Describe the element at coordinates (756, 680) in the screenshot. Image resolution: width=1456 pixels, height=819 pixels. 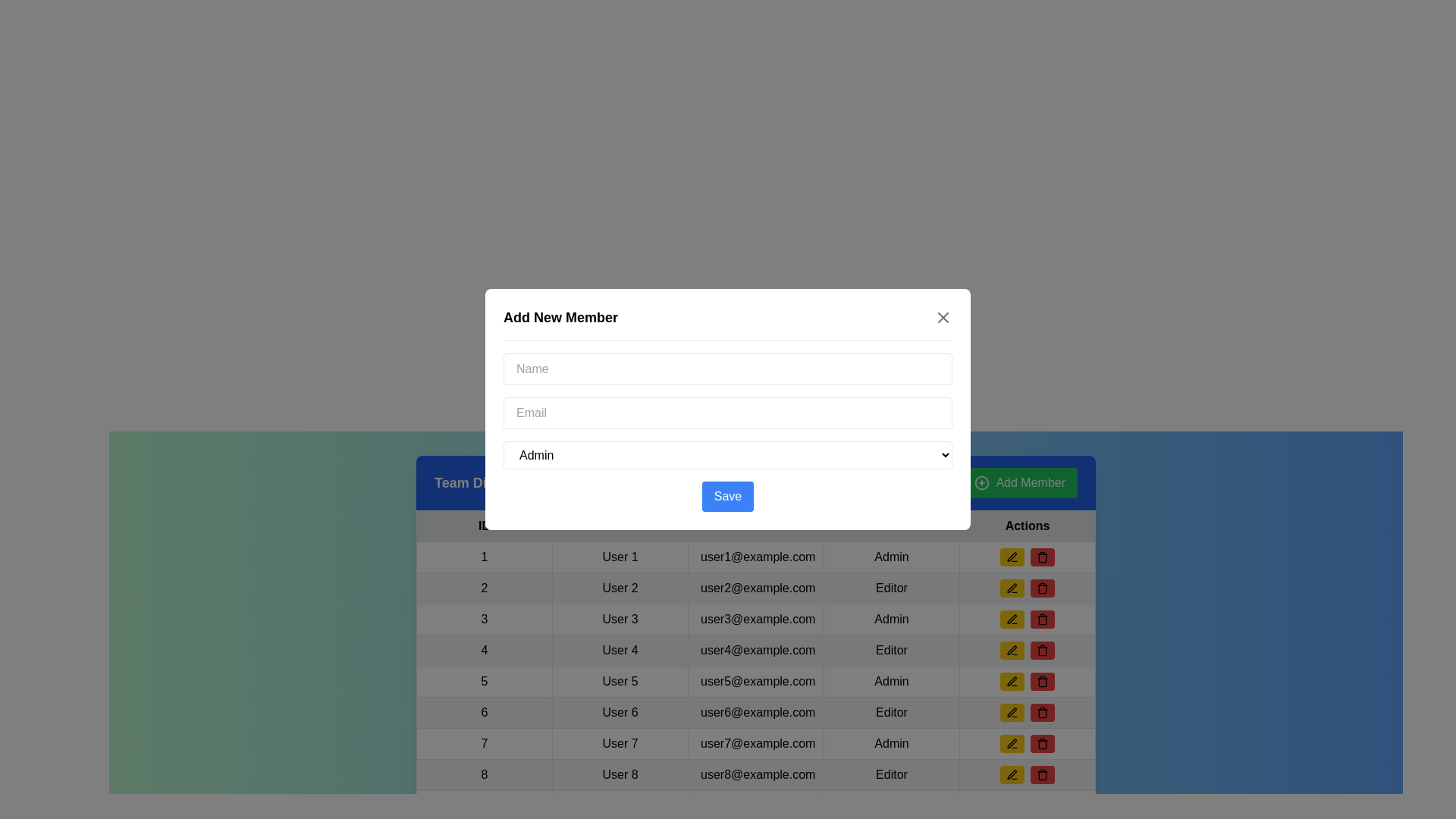
I see `the text label displaying 'user5@example.com' located in the third column of the fifth row of the table, which is part of a grid-like structure` at that location.